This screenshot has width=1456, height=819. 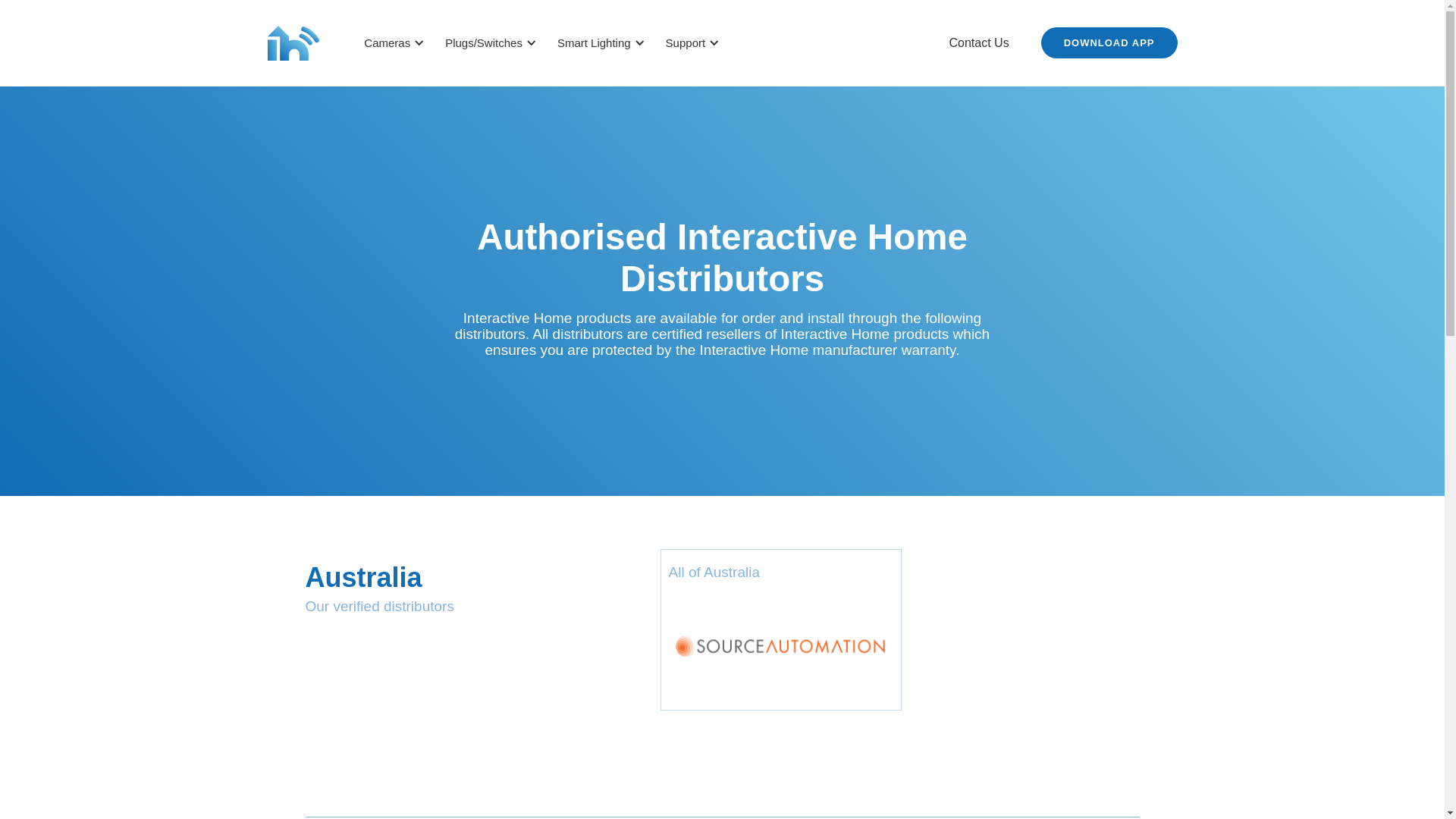 I want to click on 'Contact Us', so click(x=979, y=42).